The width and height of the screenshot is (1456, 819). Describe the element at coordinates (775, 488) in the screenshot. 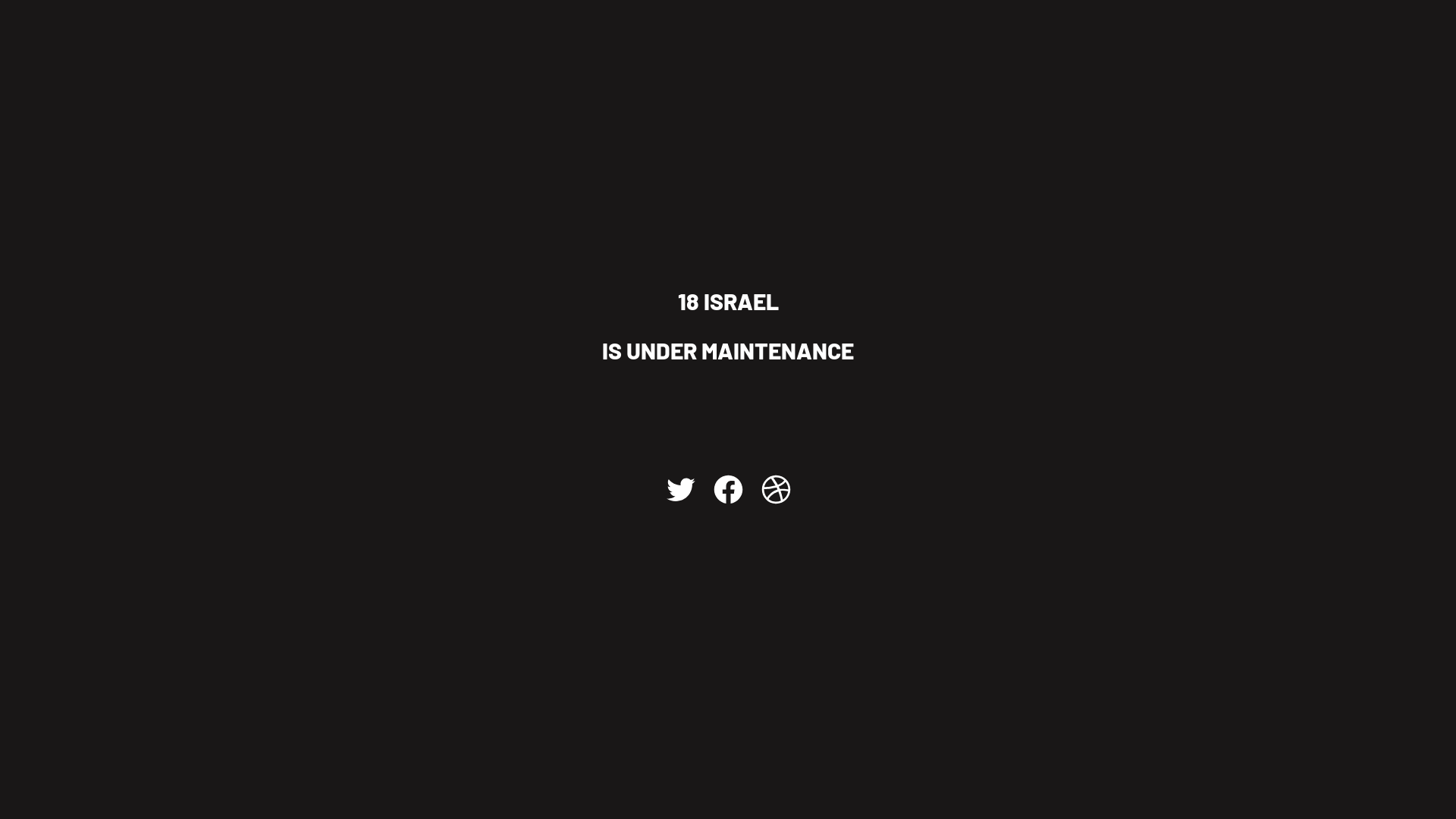

I see `'Dribbble'` at that location.